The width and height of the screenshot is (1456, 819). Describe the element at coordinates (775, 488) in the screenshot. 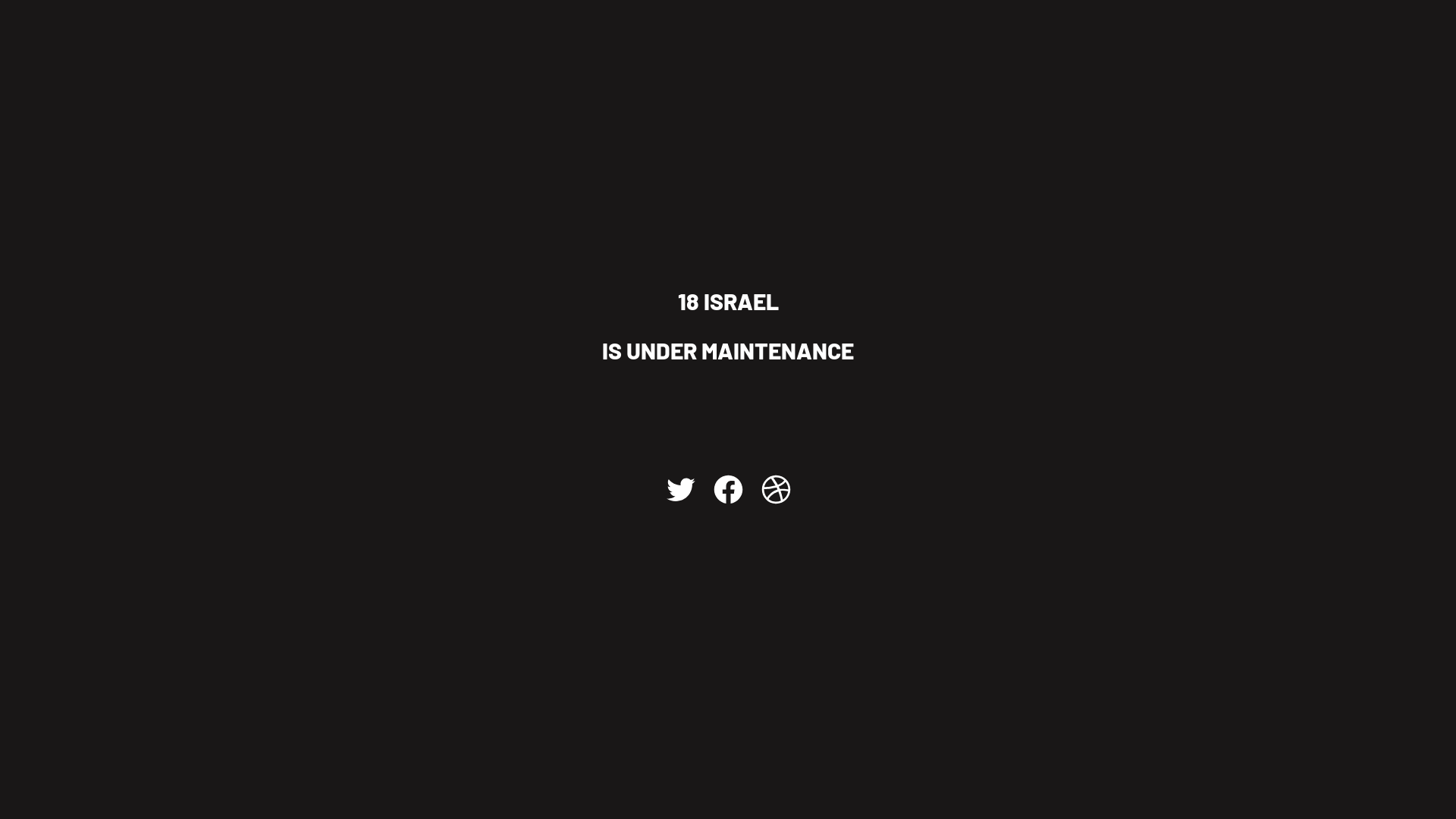

I see `'Dribbble'` at that location.